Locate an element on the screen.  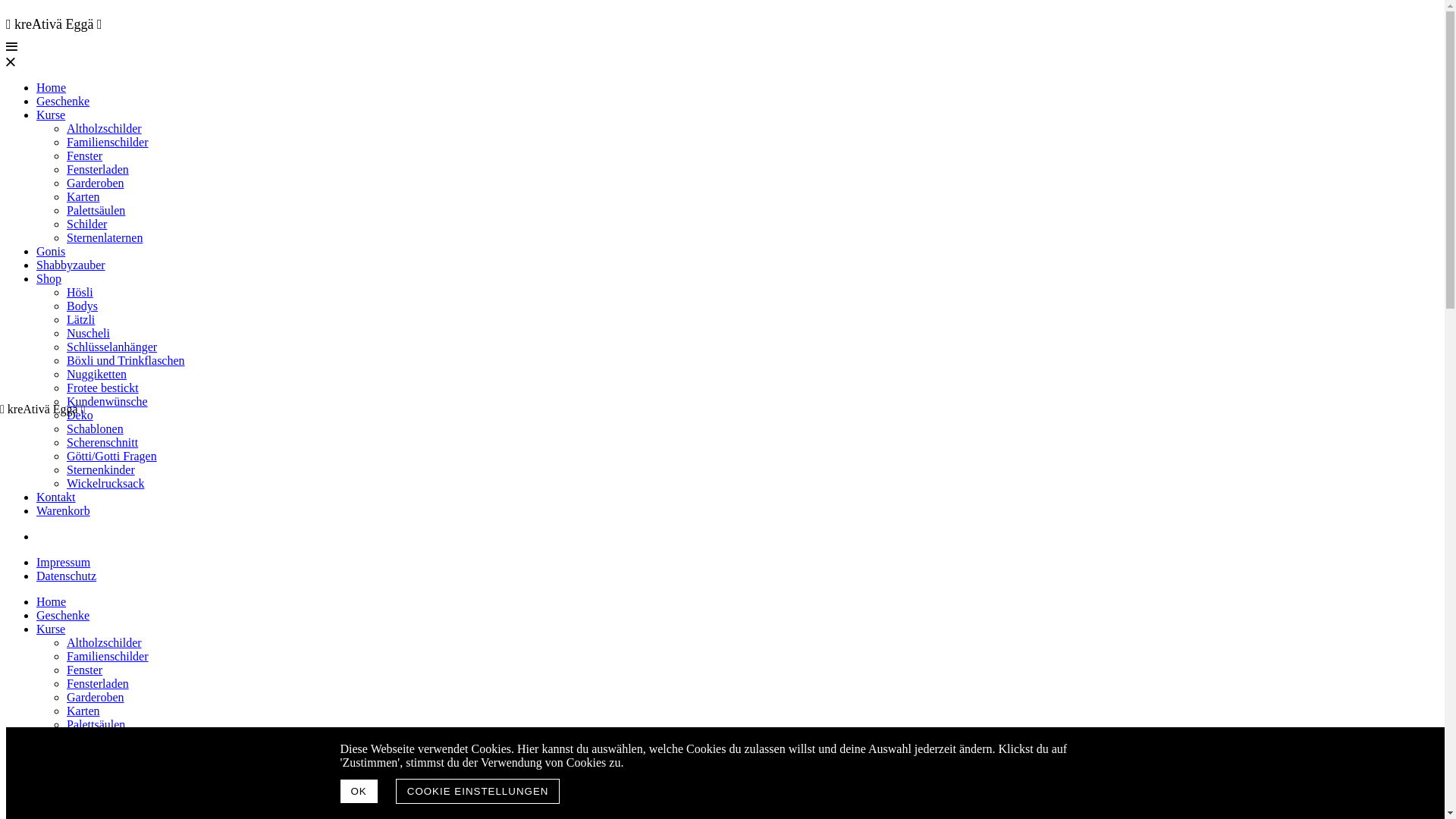
'Schilder' is located at coordinates (86, 224).